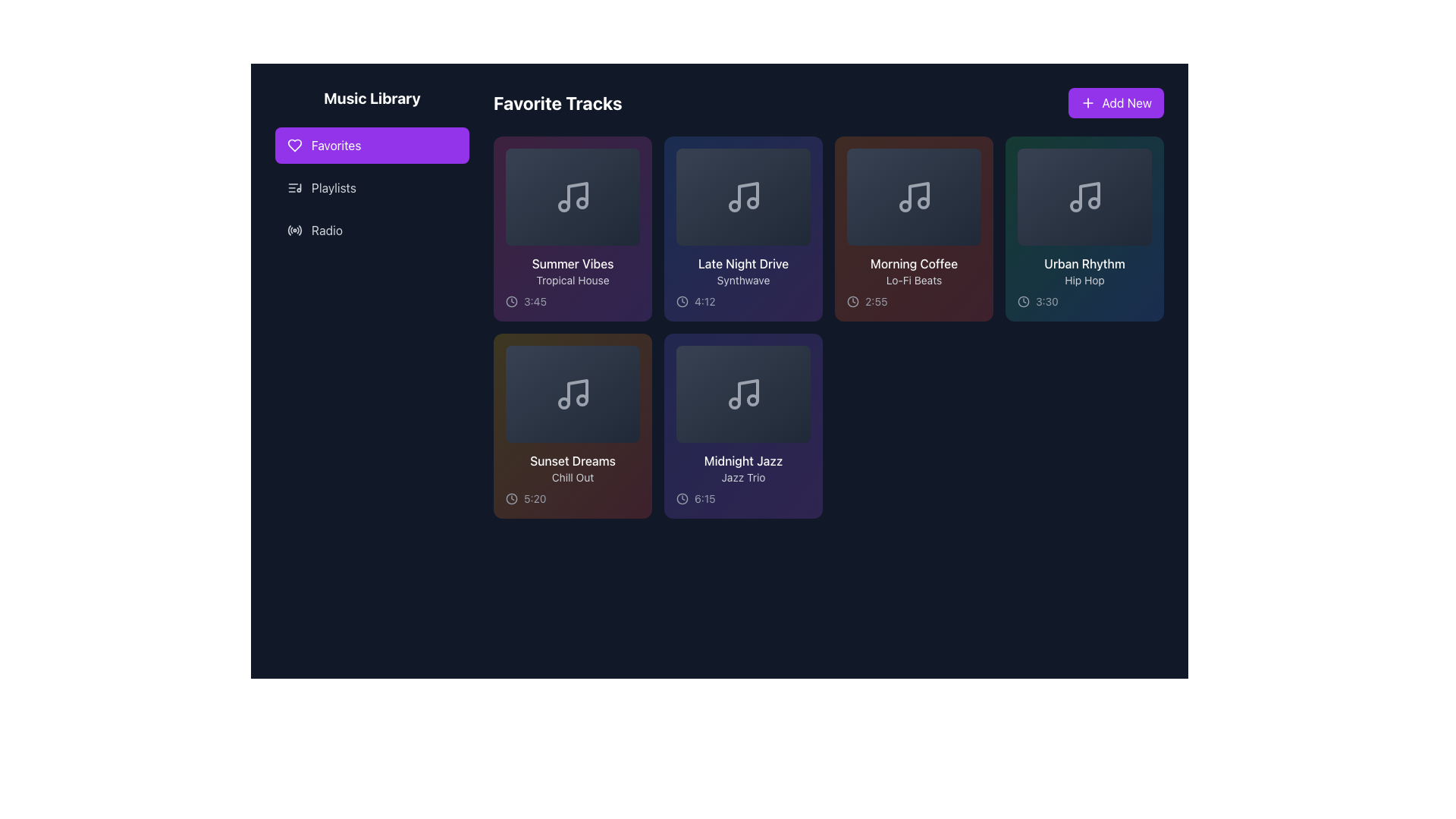 The image size is (1456, 819). I want to click on the heart icon located within the 'Favorites' button in the left-side navigation panel, which symbolizes 'Favorites' or 'Liked items', so click(294, 146).